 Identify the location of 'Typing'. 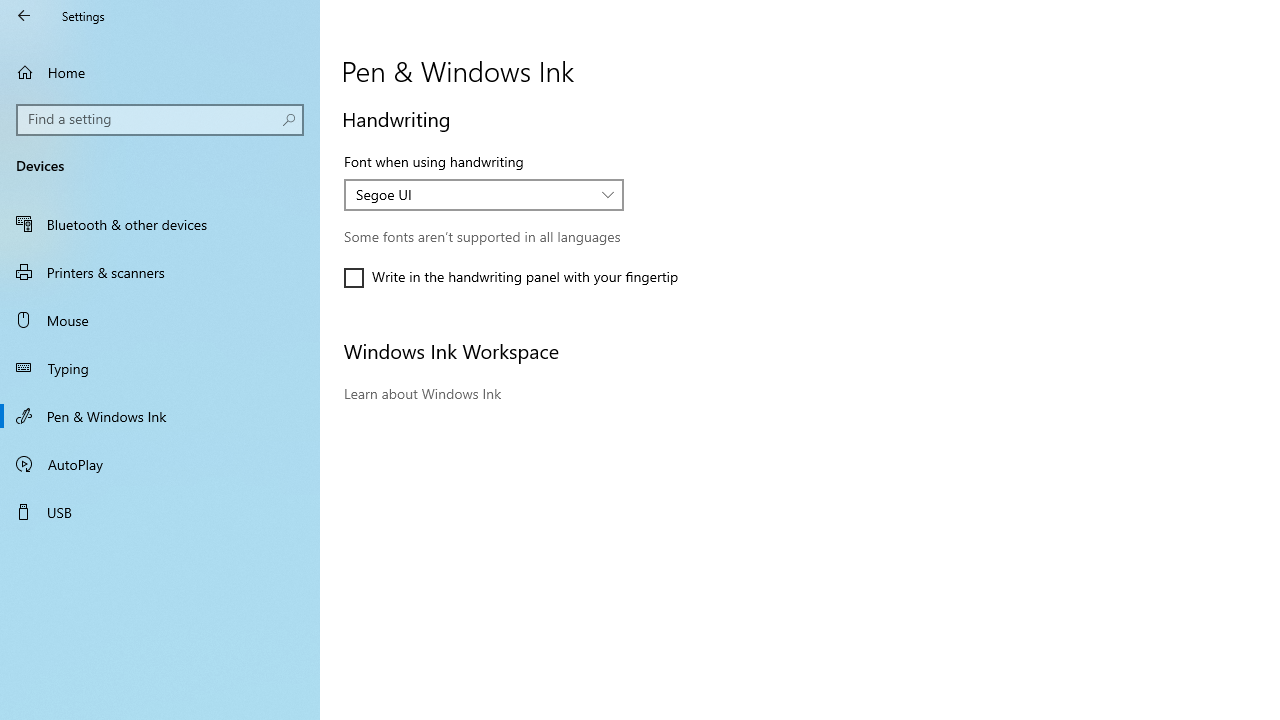
(160, 367).